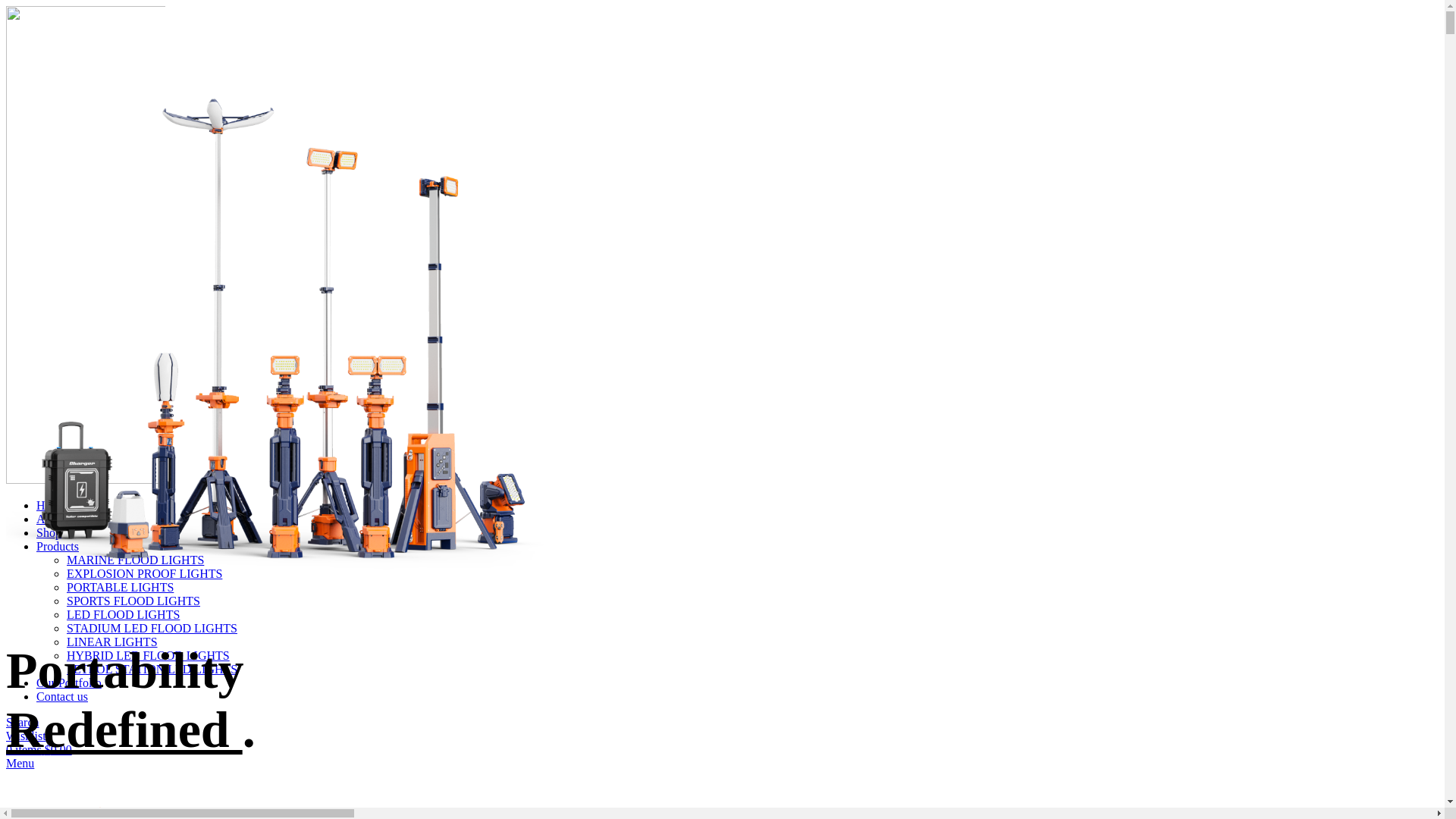  I want to click on 'Menu', so click(6, 763).